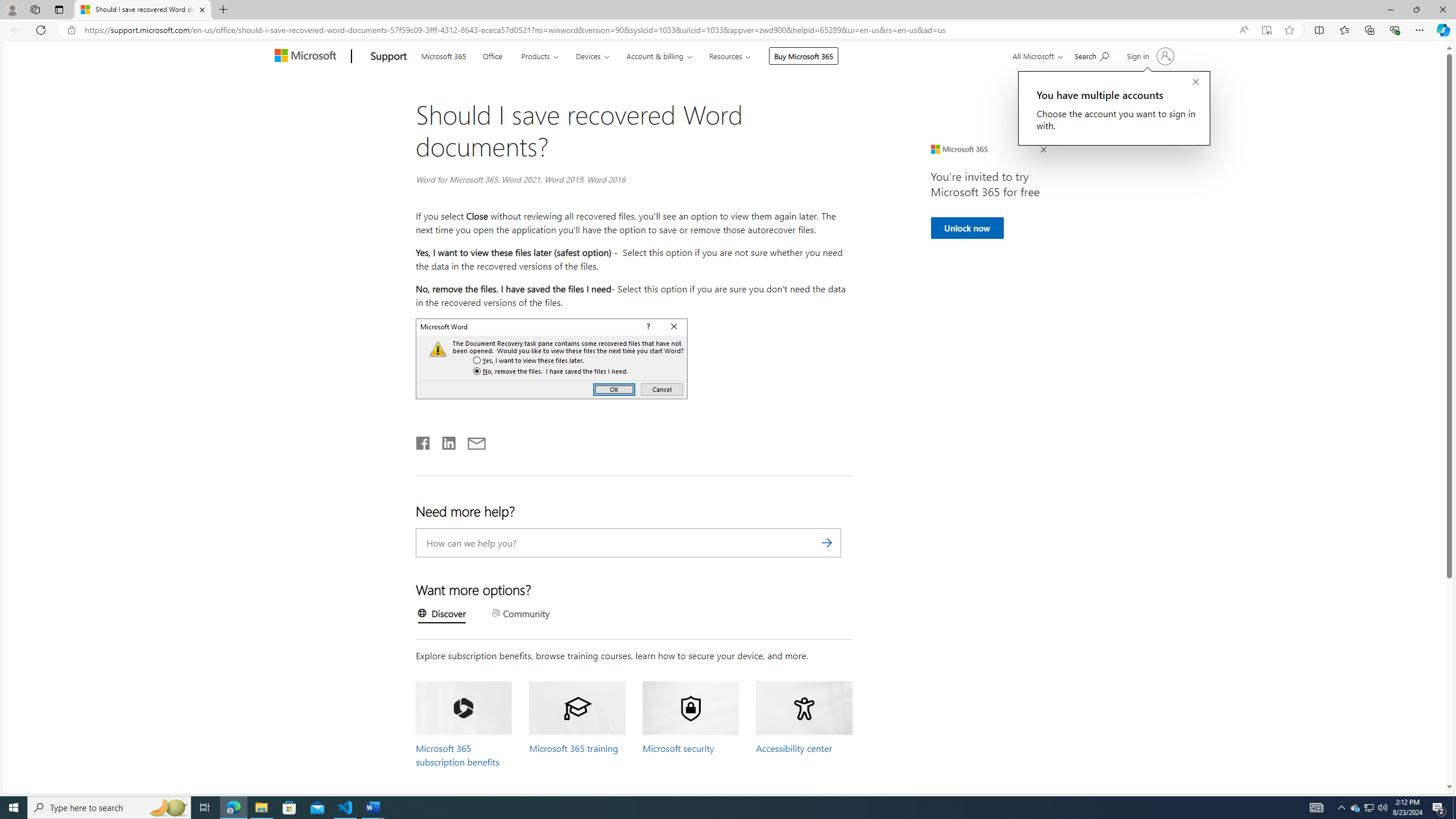 The image size is (1456, 819). Describe the element at coordinates (804, 55) in the screenshot. I see `'Buy Microsoft 365'` at that location.